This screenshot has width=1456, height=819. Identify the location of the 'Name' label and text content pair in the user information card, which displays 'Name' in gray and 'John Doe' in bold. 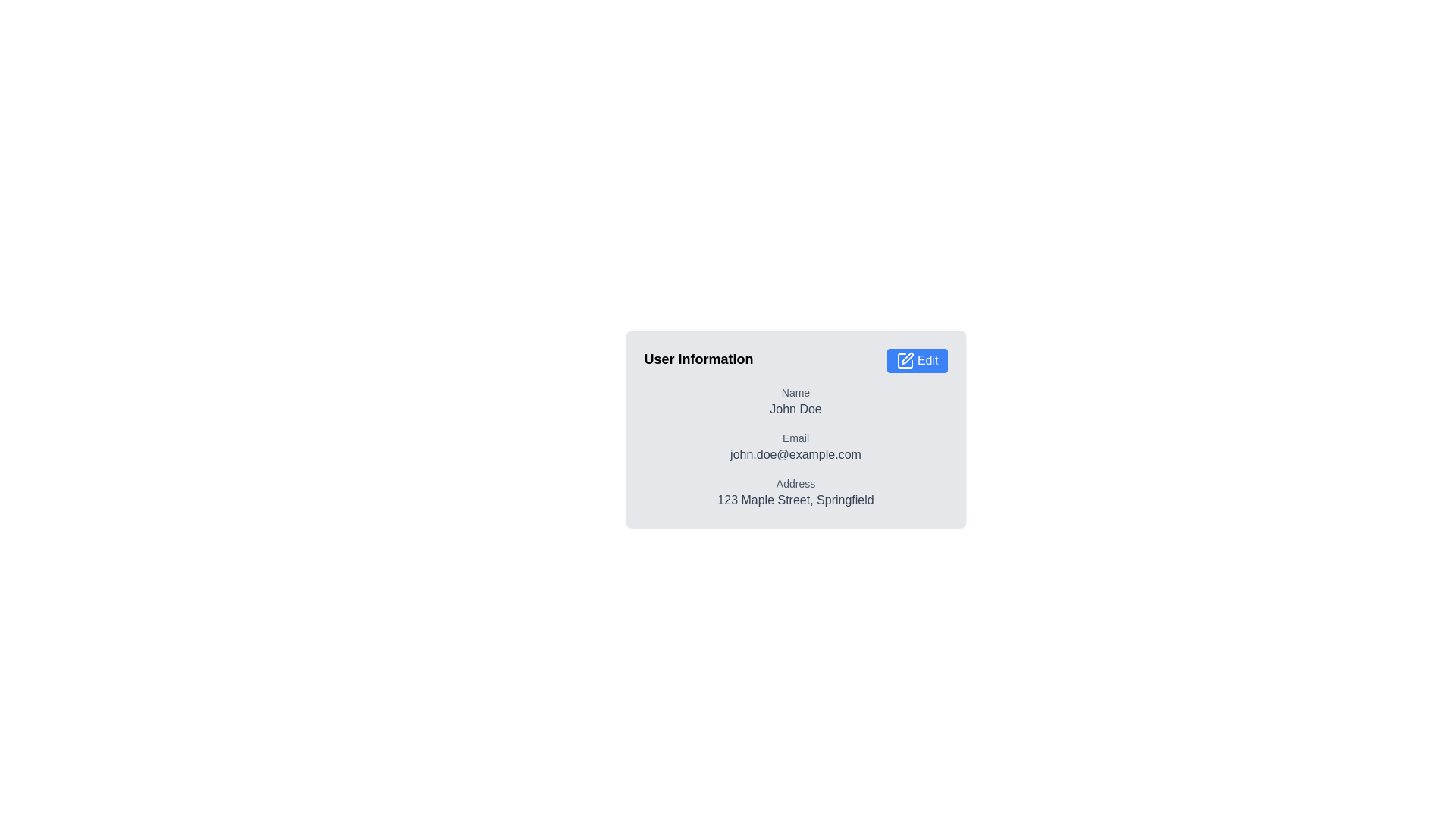
(795, 400).